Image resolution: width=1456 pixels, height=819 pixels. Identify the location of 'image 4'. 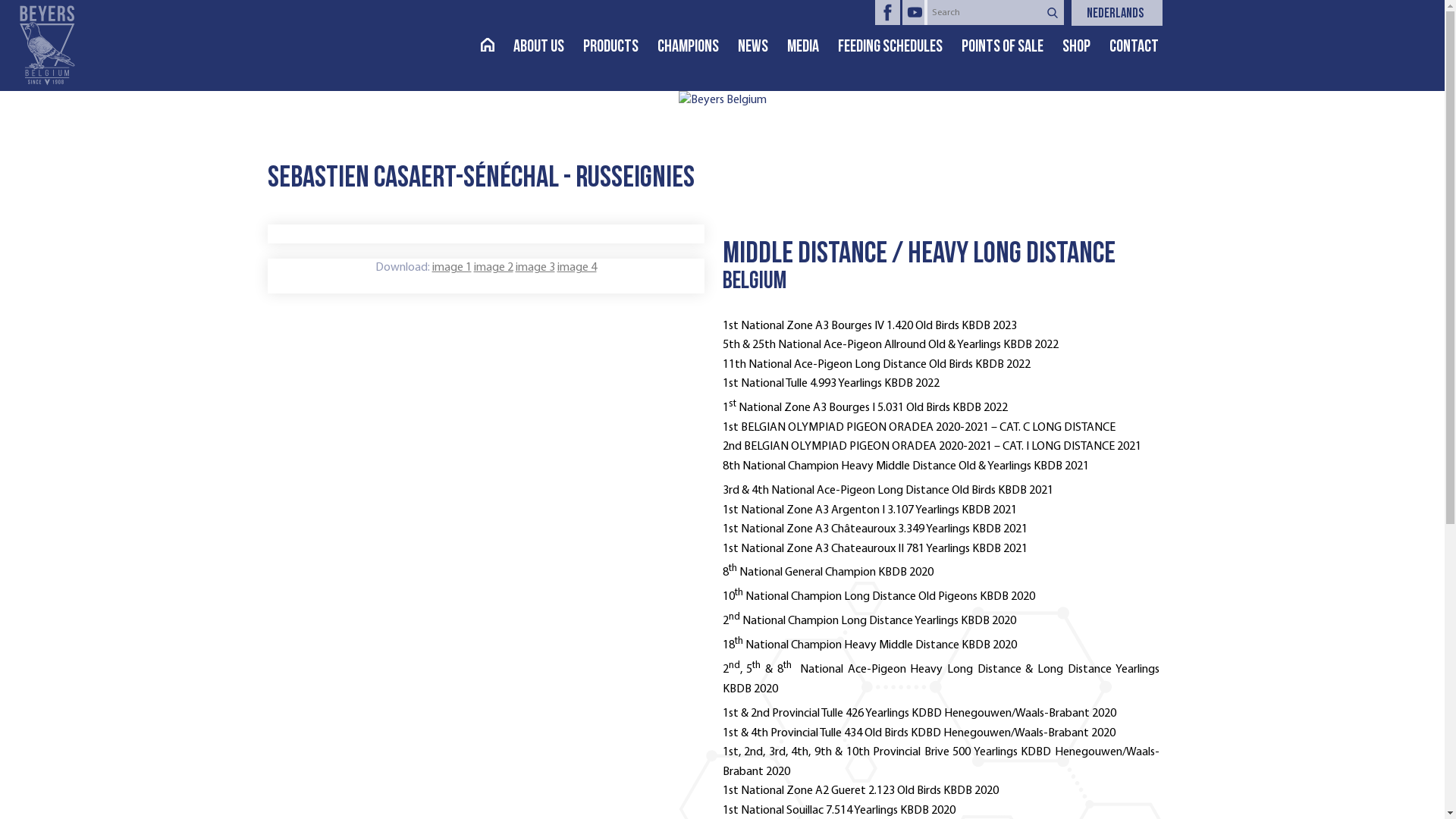
(575, 267).